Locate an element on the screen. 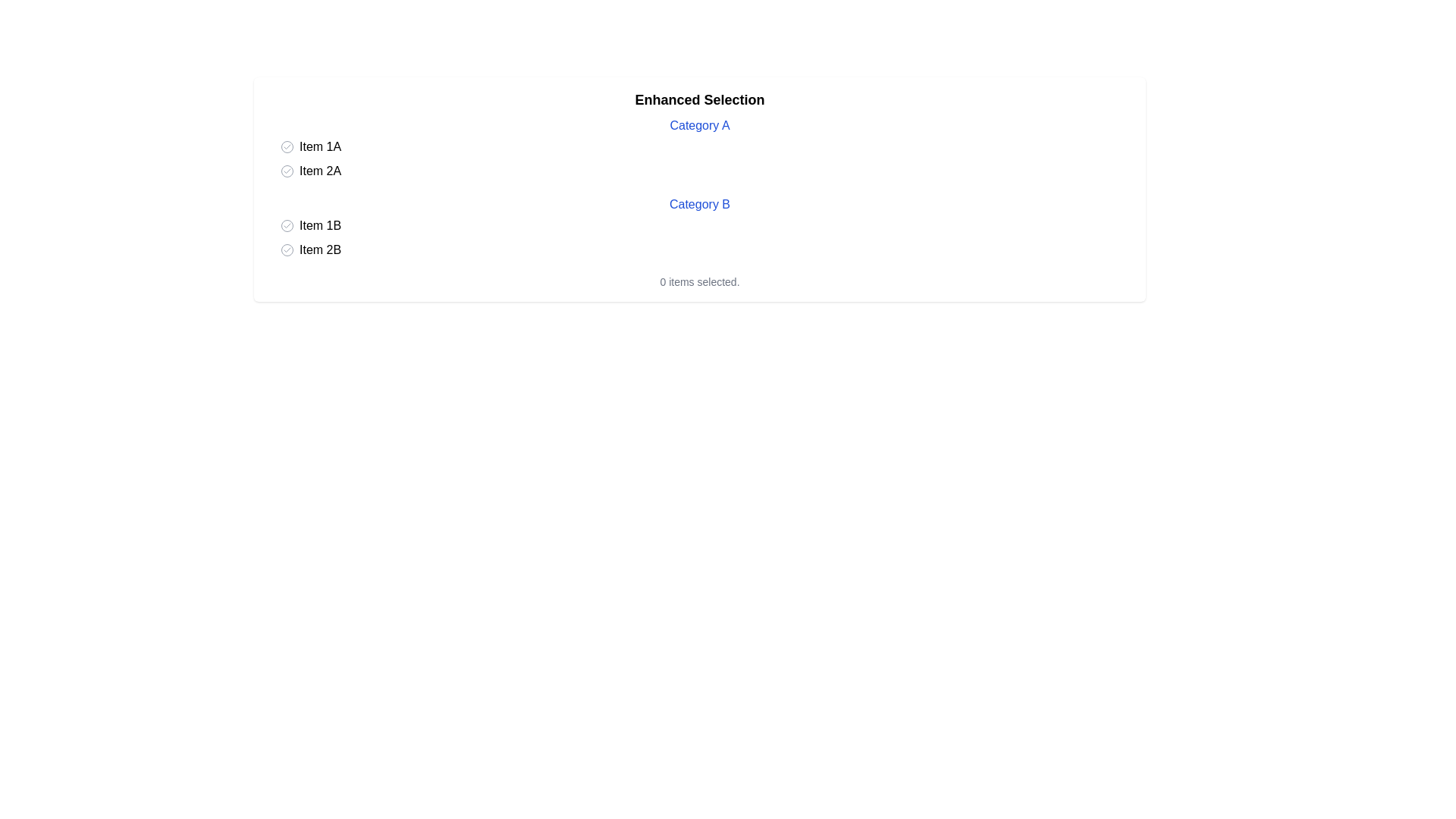  the 'Item 2A' text label is located at coordinates (319, 171).